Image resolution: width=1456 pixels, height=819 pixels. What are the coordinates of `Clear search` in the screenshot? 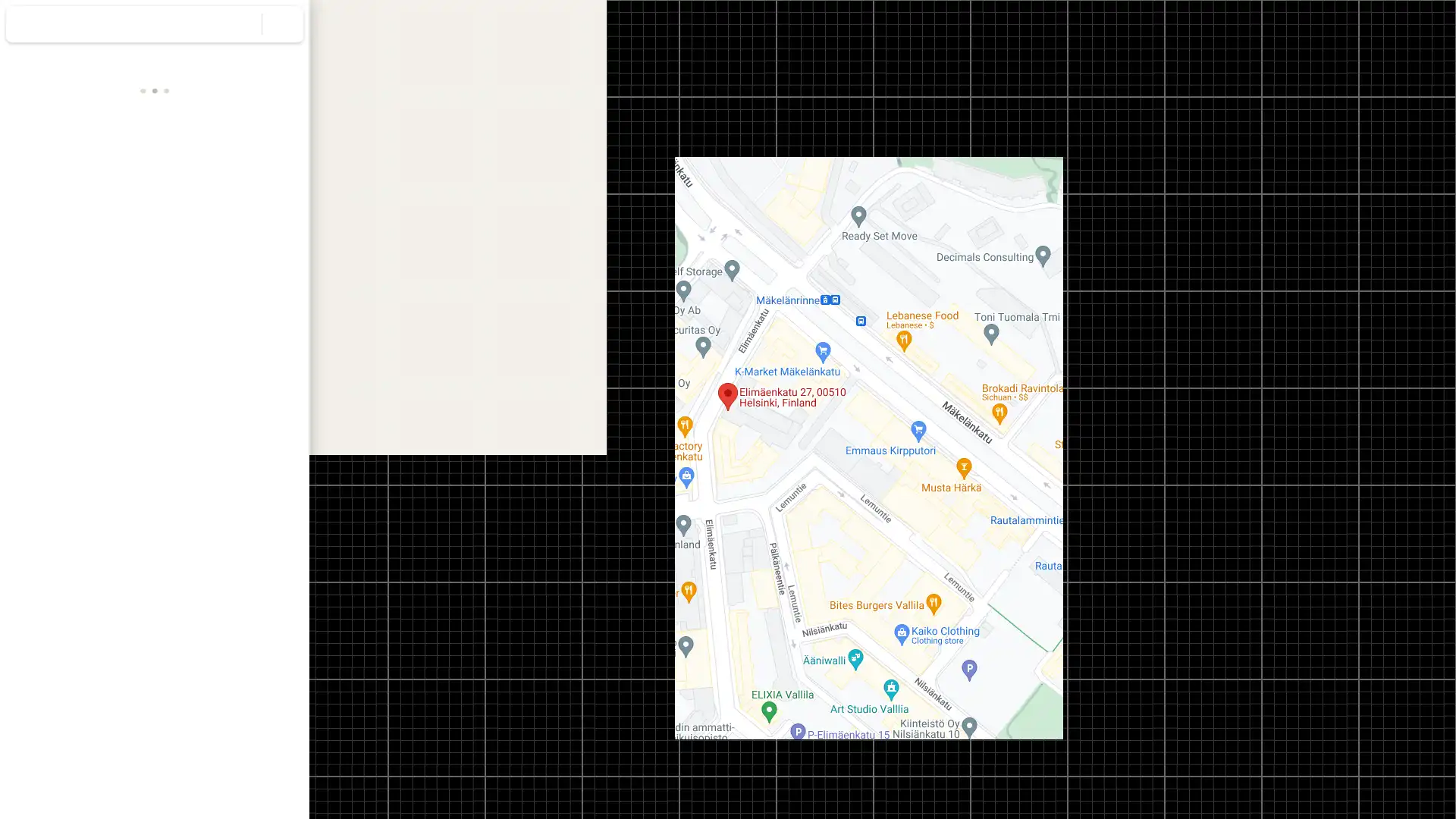 It's located at (283, 24).